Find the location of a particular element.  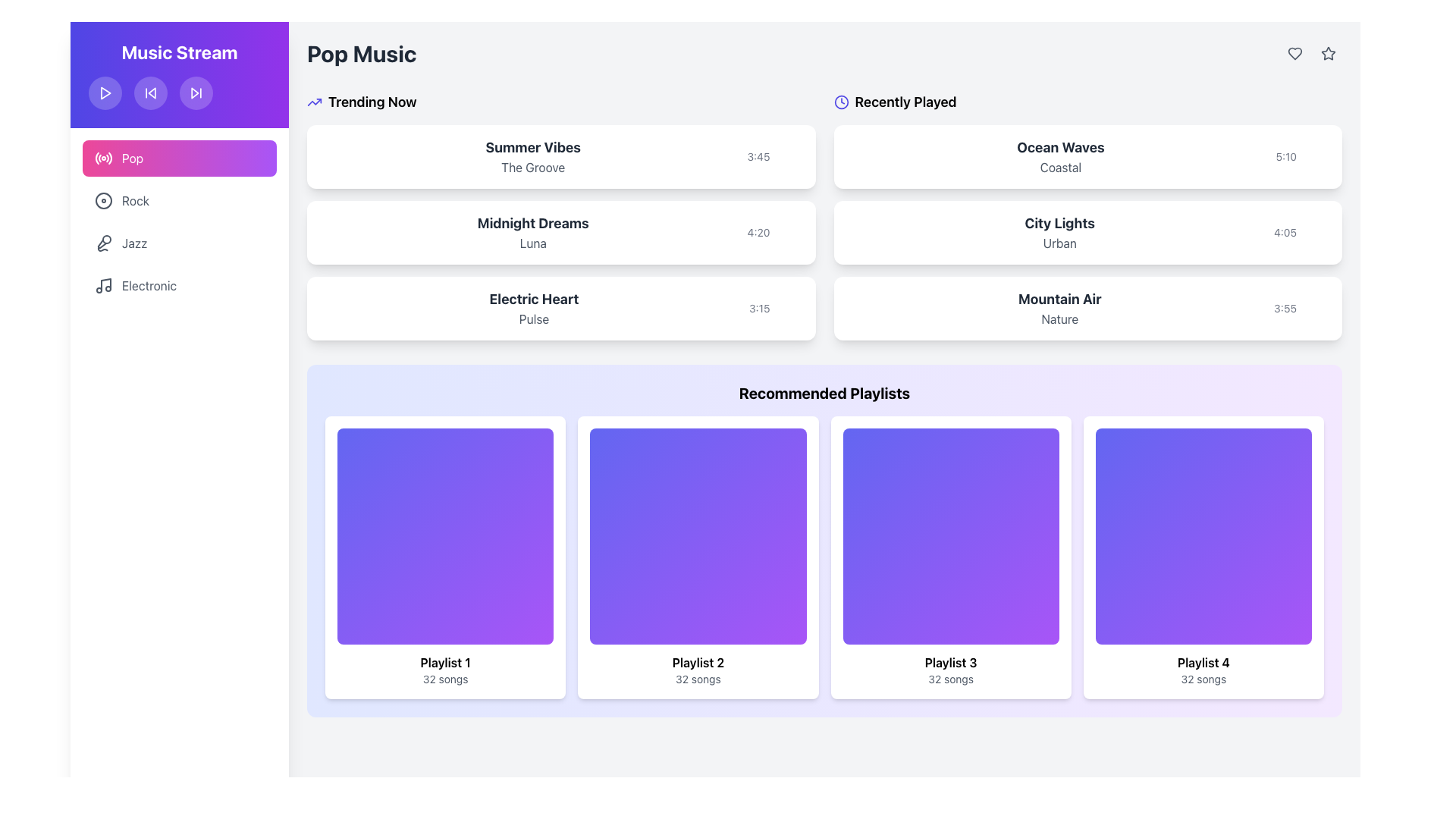

the text label UI component displaying 'Recently Played', which is styled as a bold heading and positioned to the right of a clock icon in the top-right section of the interface is located at coordinates (905, 102).